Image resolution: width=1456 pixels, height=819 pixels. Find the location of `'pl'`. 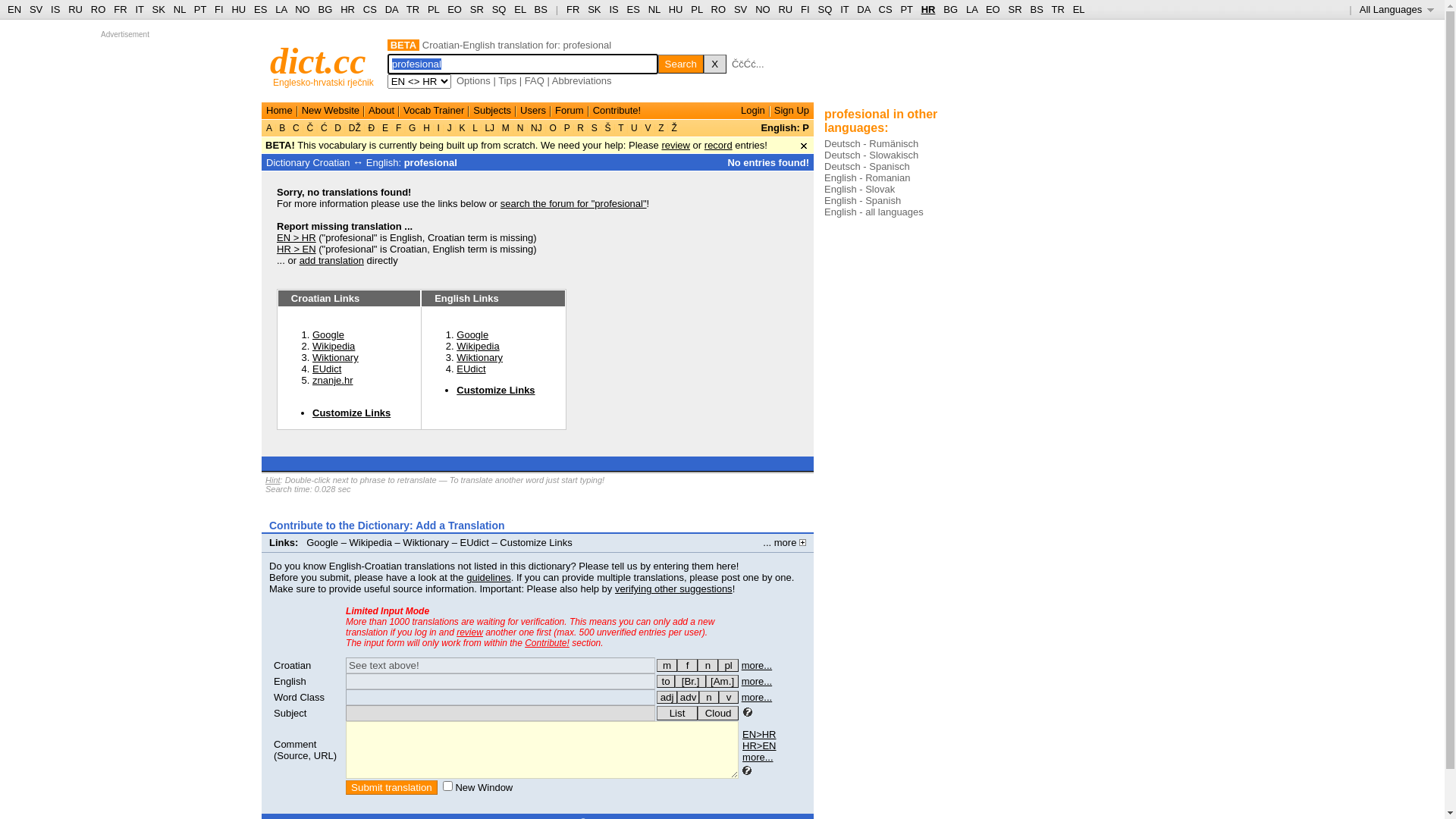

'pl' is located at coordinates (728, 664).